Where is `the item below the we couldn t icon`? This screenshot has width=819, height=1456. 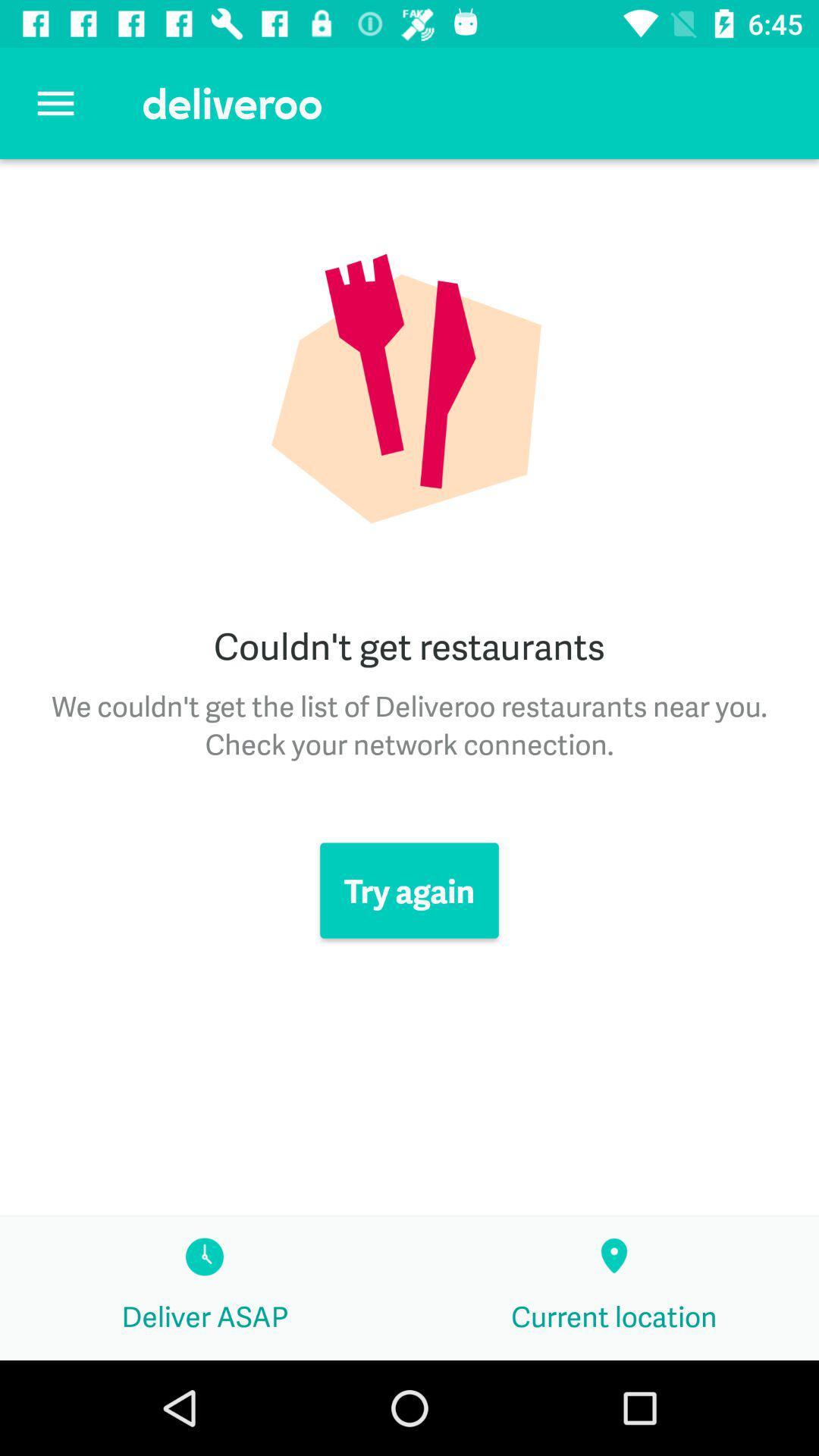 the item below the we couldn t icon is located at coordinates (409, 890).